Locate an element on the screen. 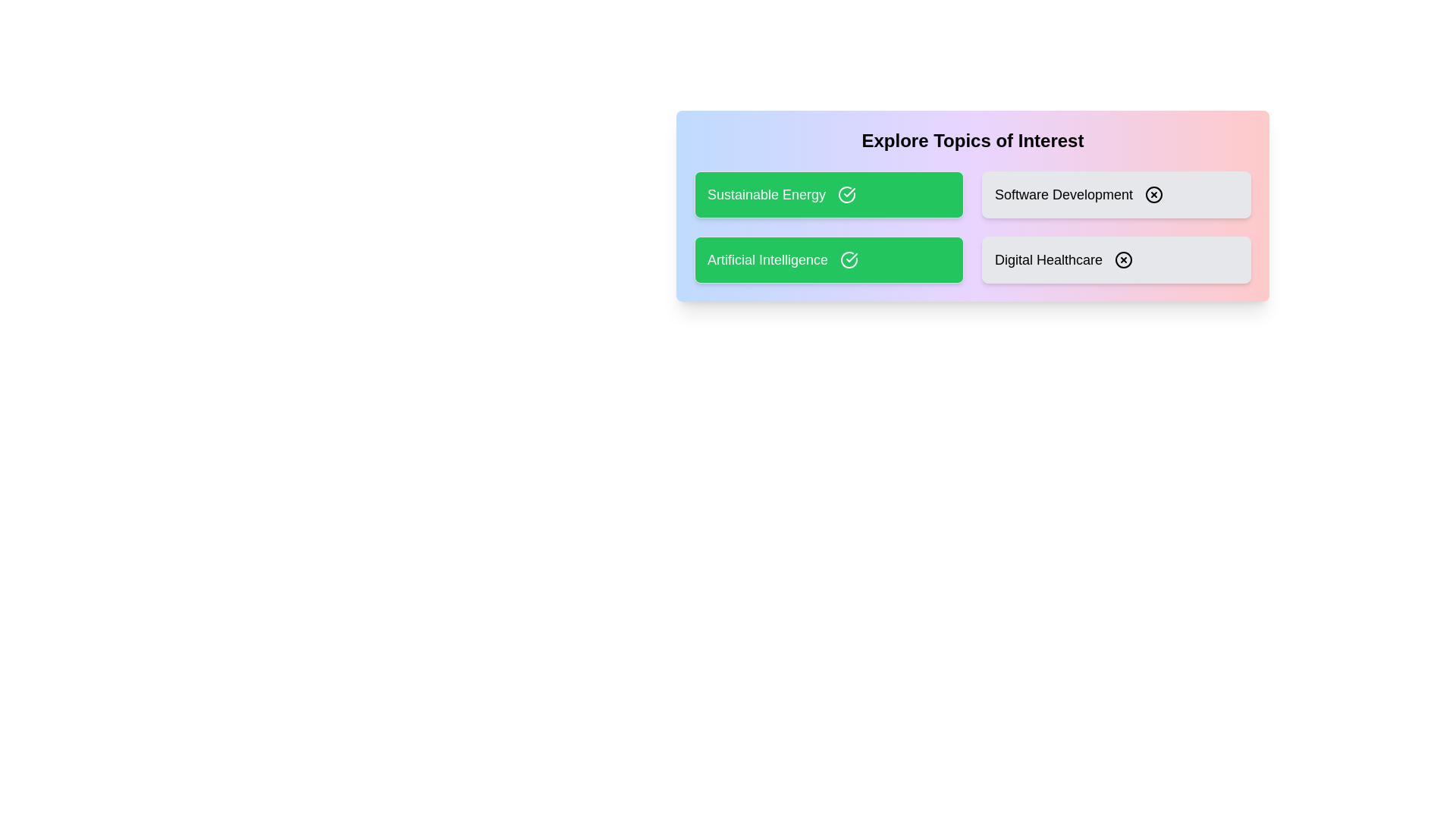  the topic card labeled Software Development to toggle its selection state is located at coordinates (1116, 194).